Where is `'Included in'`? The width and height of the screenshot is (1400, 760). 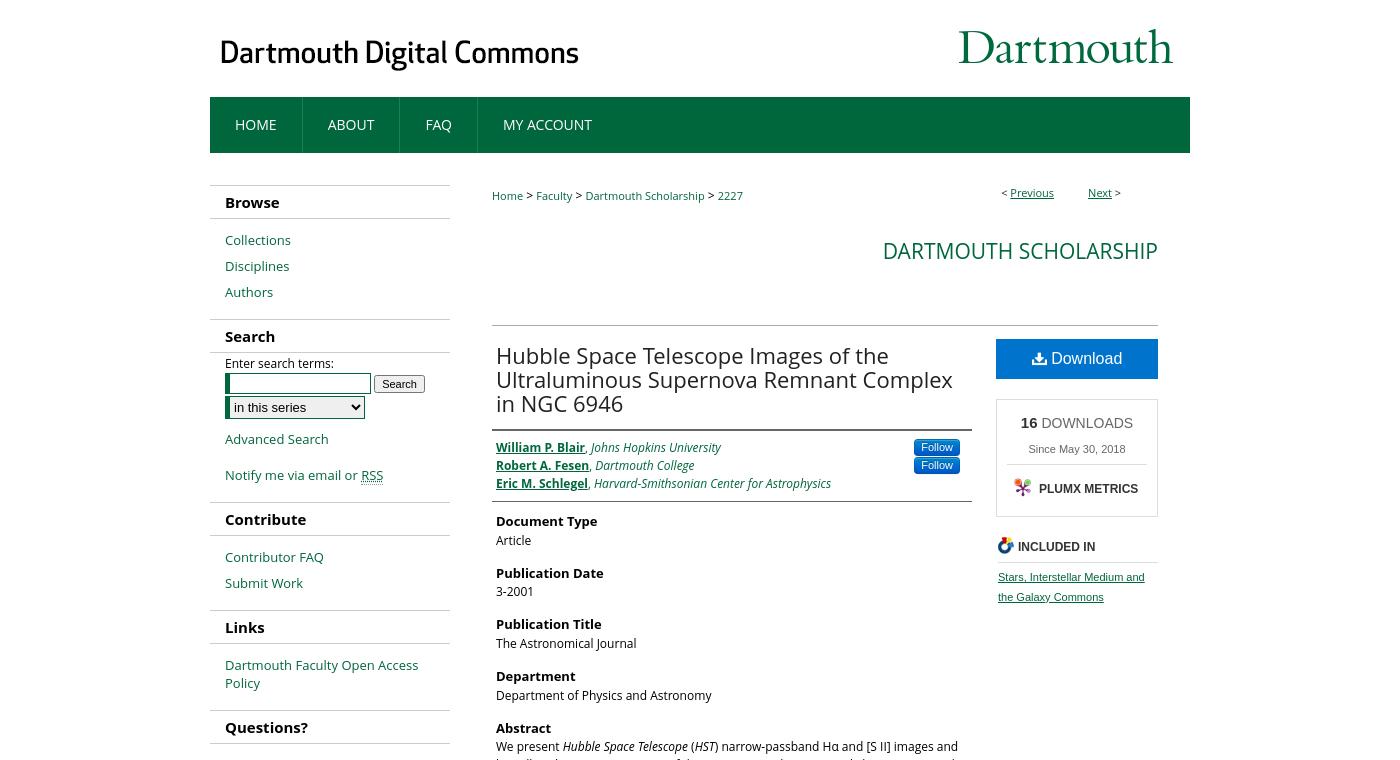 'Included in' is located at coordinates (1056, 545).